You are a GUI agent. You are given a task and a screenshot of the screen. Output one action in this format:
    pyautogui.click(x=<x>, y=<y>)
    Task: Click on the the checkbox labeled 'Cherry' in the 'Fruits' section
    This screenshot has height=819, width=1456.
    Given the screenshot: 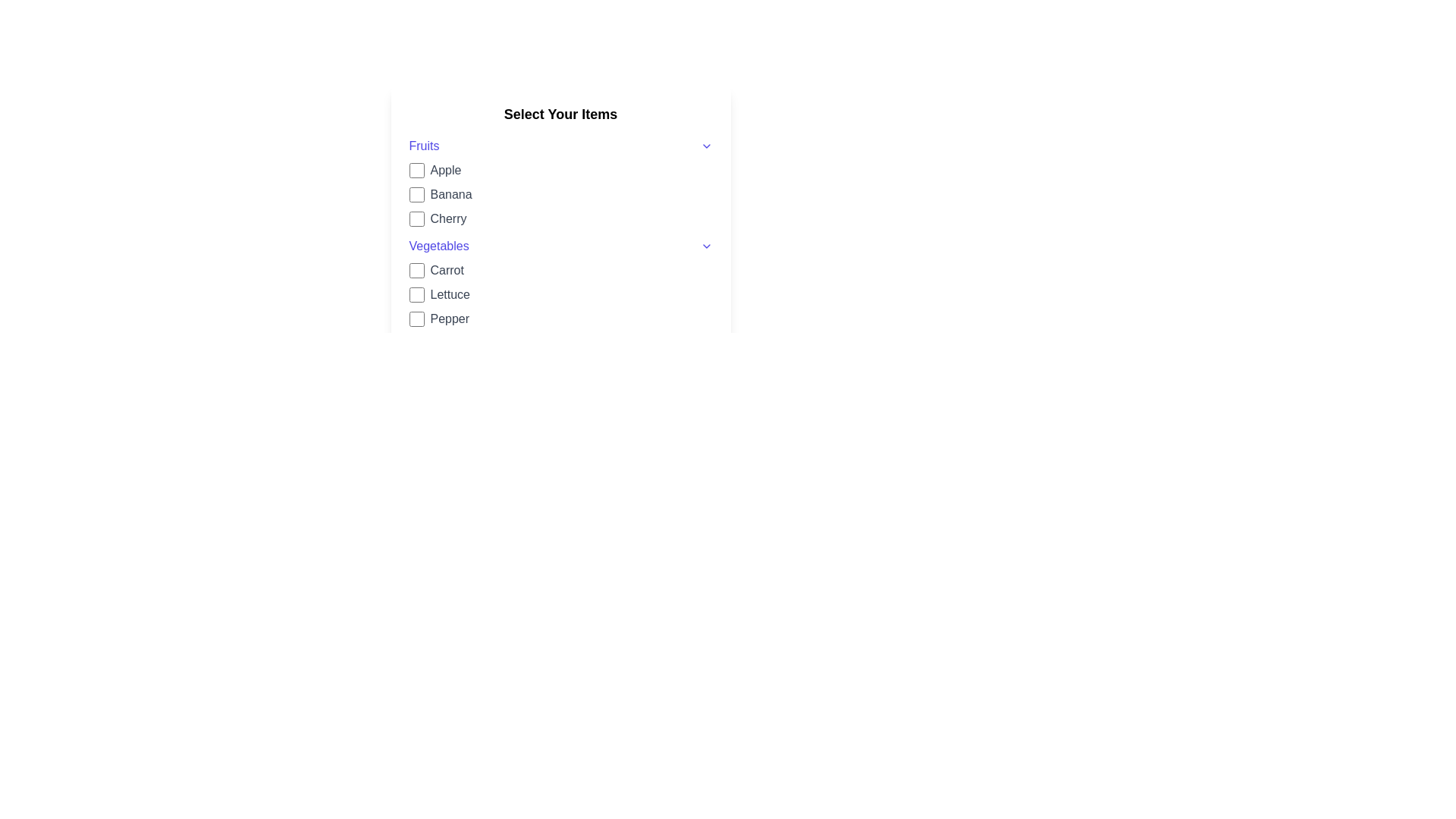 What is the action you would take?
    pyautogui.click(x=560, y=219)
    